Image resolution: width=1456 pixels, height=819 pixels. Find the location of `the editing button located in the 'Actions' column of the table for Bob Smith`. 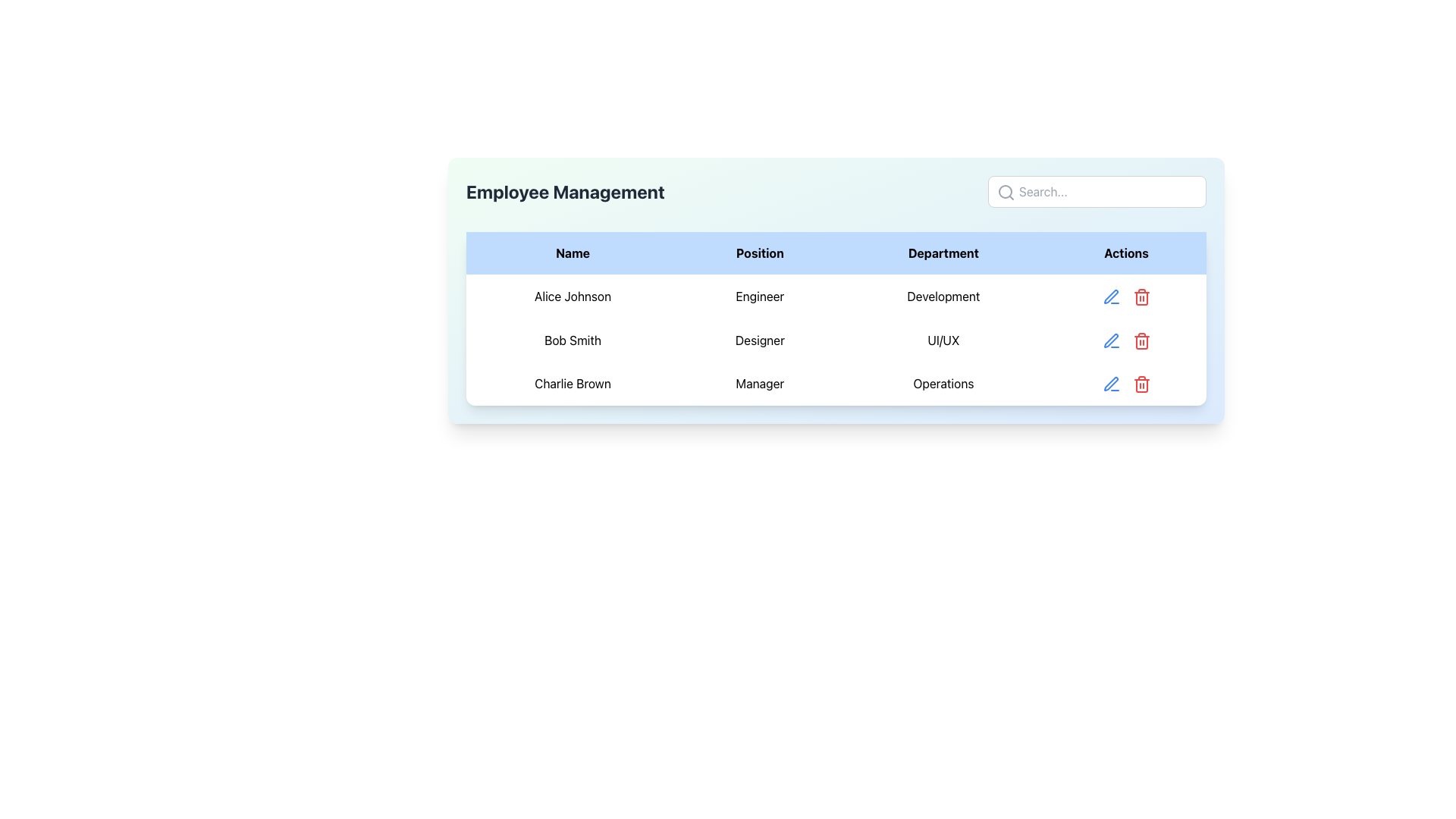

the editing button located in the 'Actions' column of the table for Bob Smith is located at coordinates (1111, 340).